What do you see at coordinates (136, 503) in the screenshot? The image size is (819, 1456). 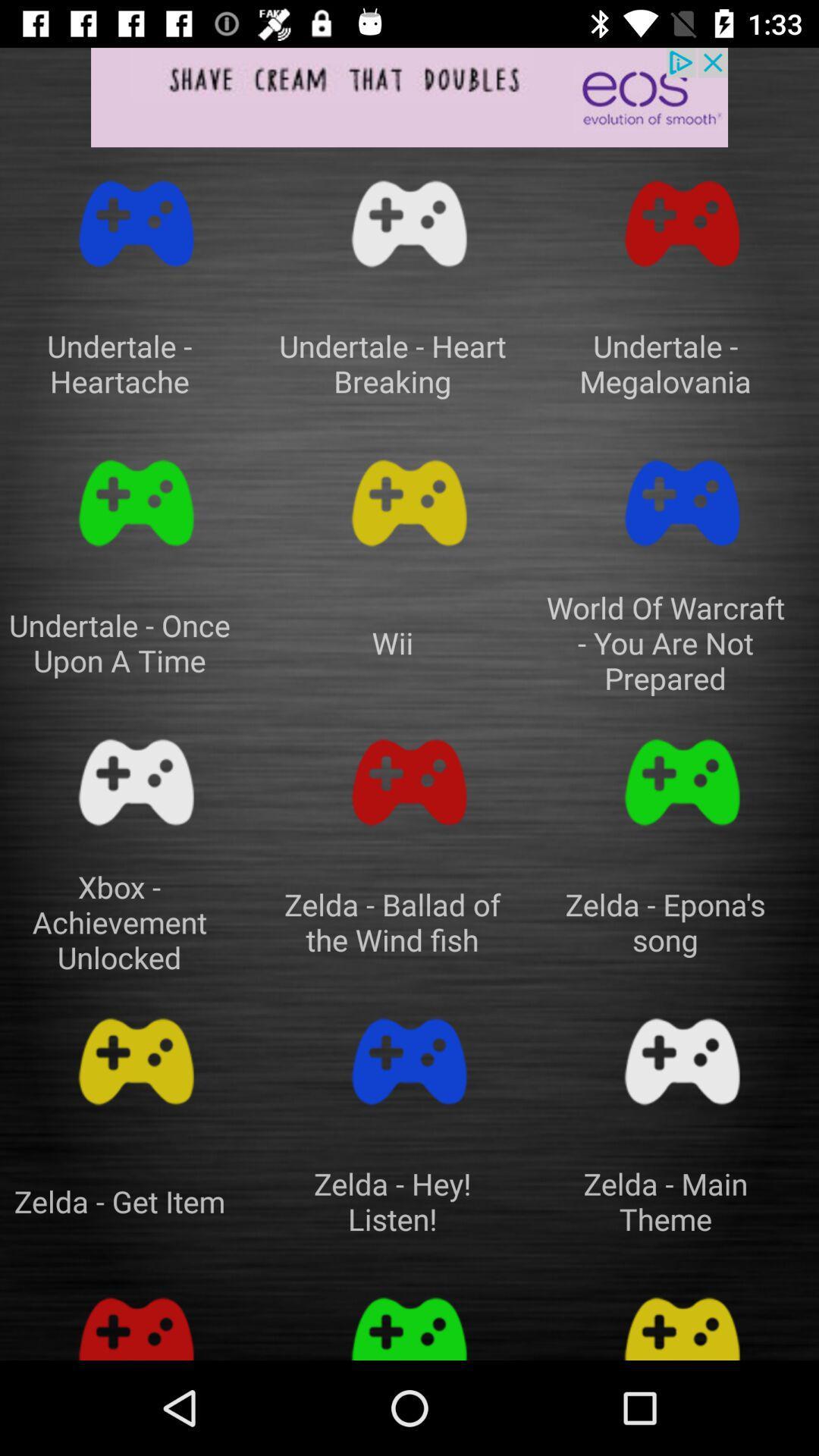 I see `undertale-once upon a time theme for video games` at bounding box center [136, 503].